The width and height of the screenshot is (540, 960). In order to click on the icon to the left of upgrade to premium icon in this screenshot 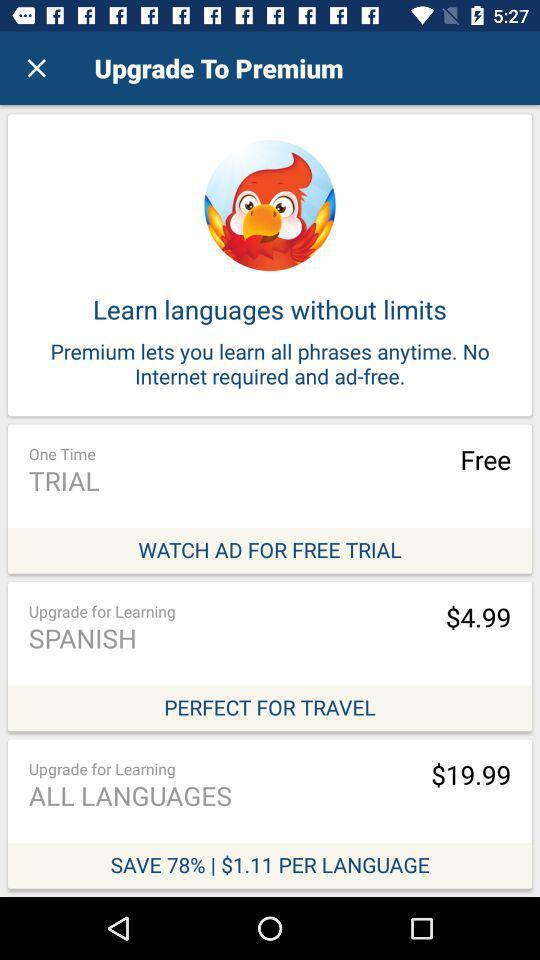, I will do `click(36, 68)`.